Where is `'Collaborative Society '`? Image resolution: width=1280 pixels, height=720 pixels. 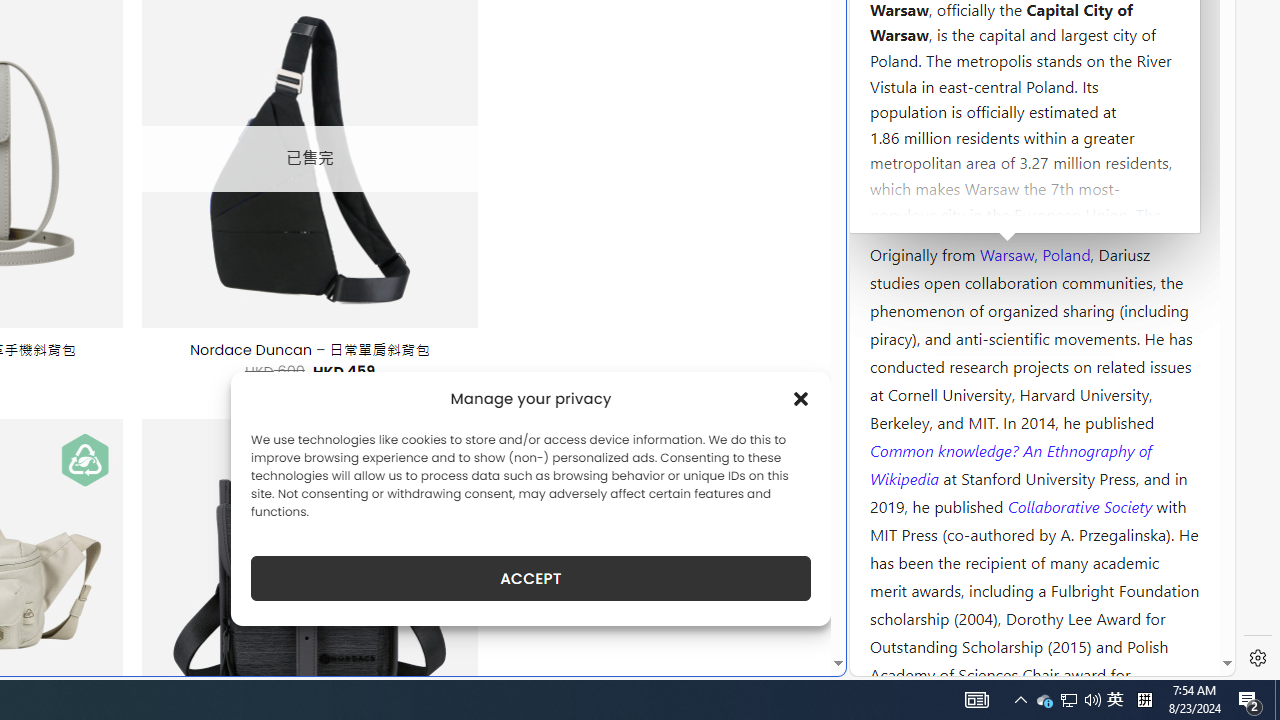 'Collaborative Society ' is located at coordinates (1081, 504).